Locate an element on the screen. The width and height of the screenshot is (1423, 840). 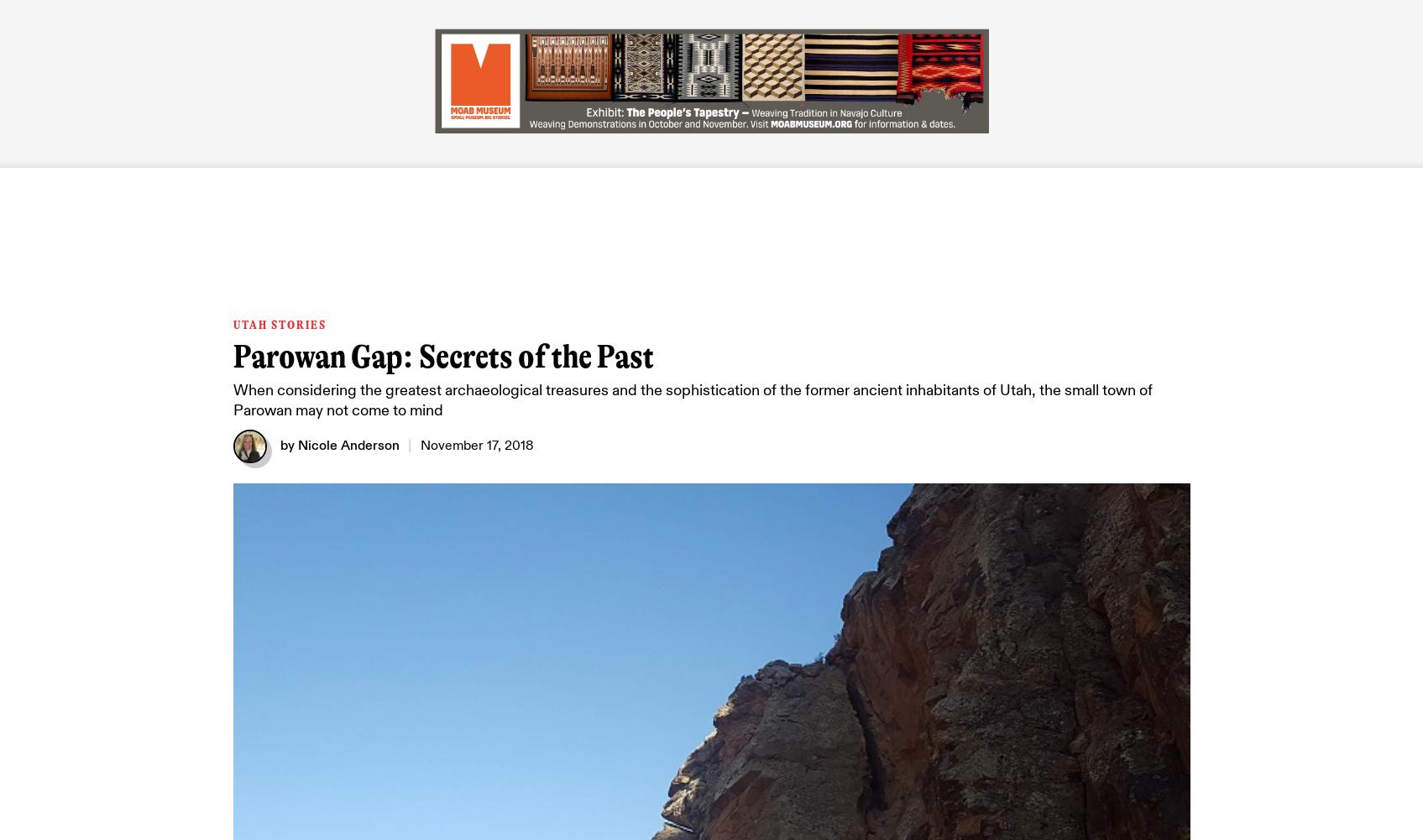
'LATEST' is located at coordinates (257, 81).